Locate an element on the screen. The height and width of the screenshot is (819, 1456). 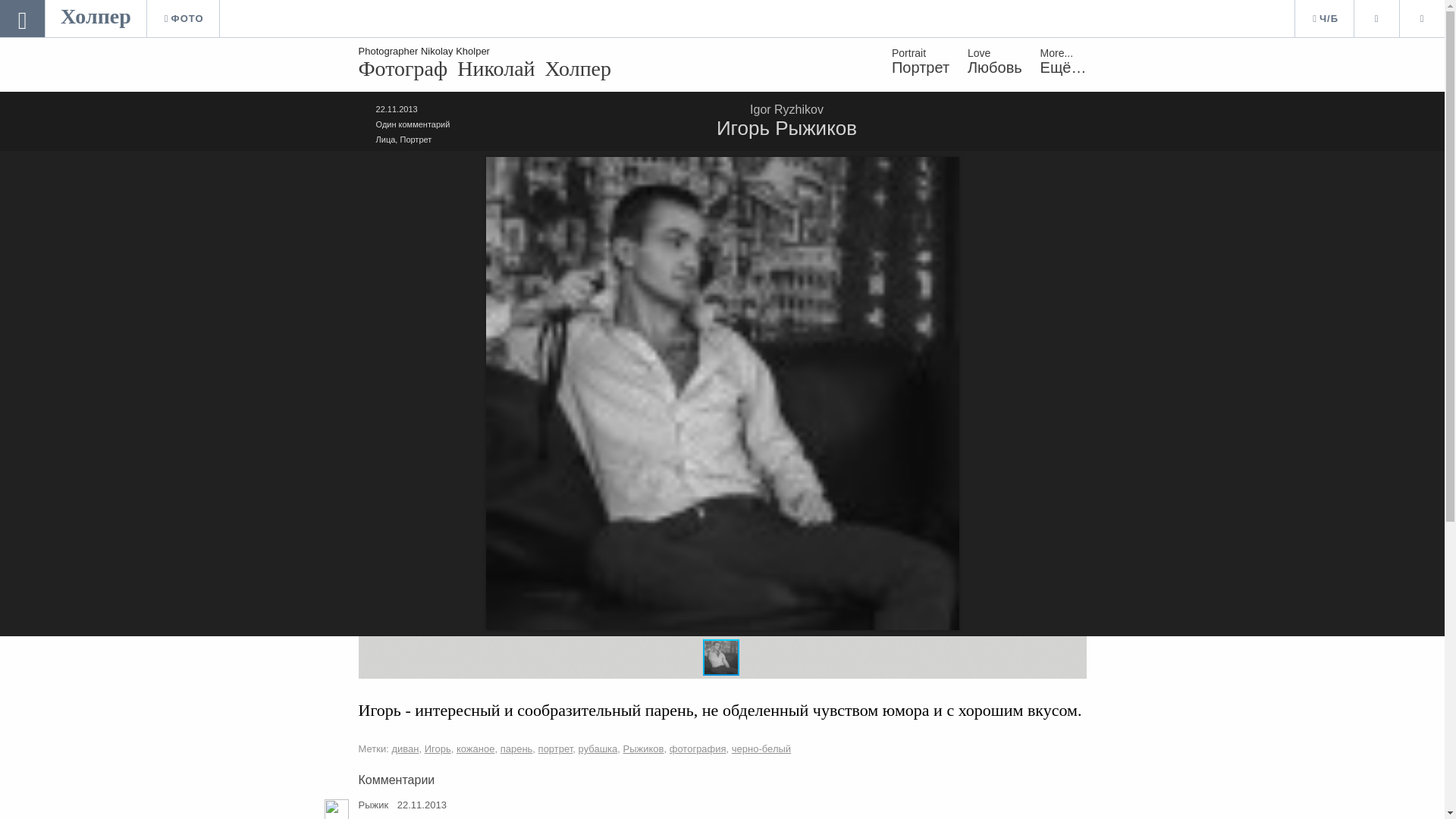
'22.11.2013' is located at coordinates (397, 108).